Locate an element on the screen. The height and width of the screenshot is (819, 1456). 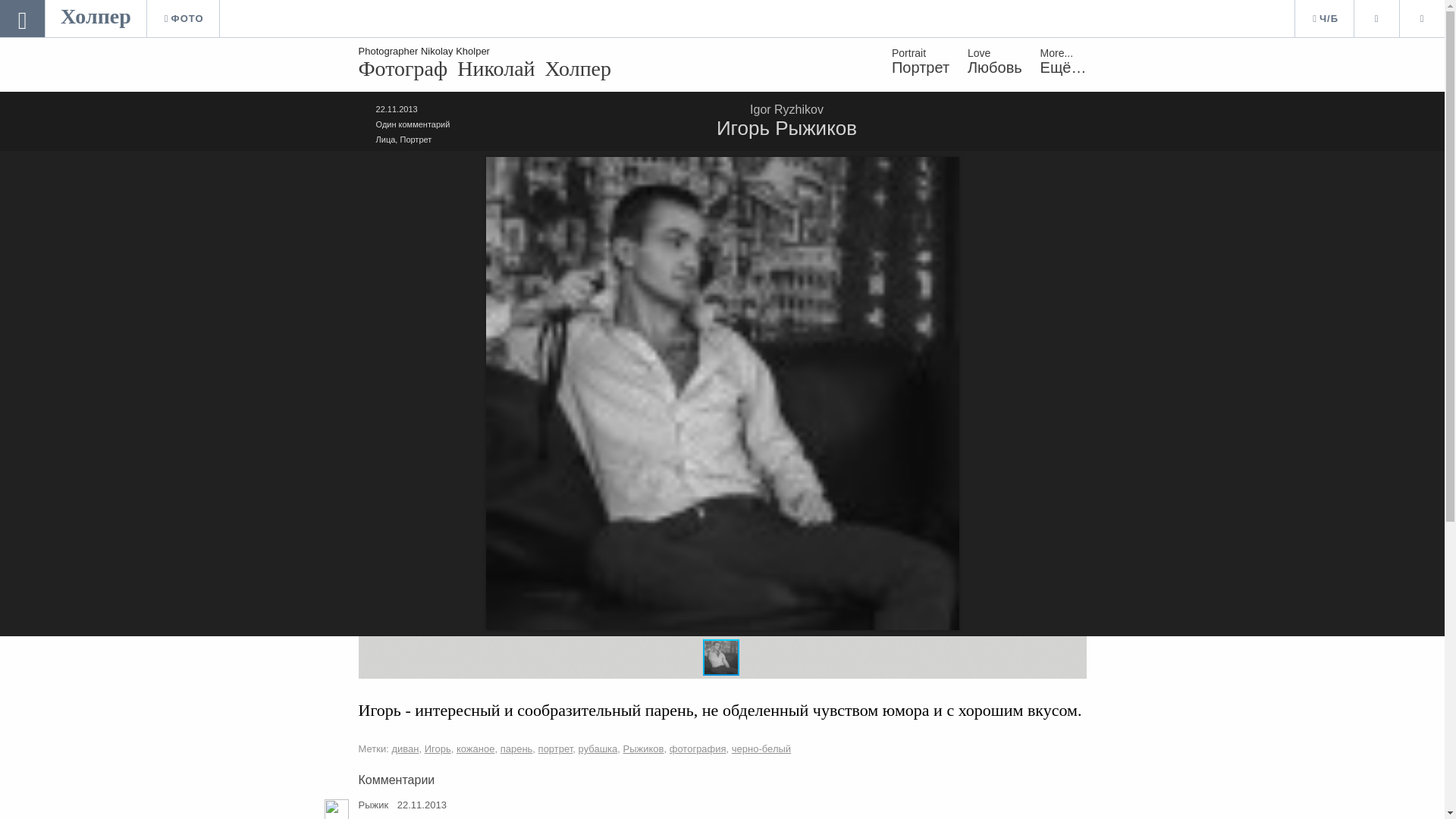
'22.11.2013' is located at coordinates (397, 108).